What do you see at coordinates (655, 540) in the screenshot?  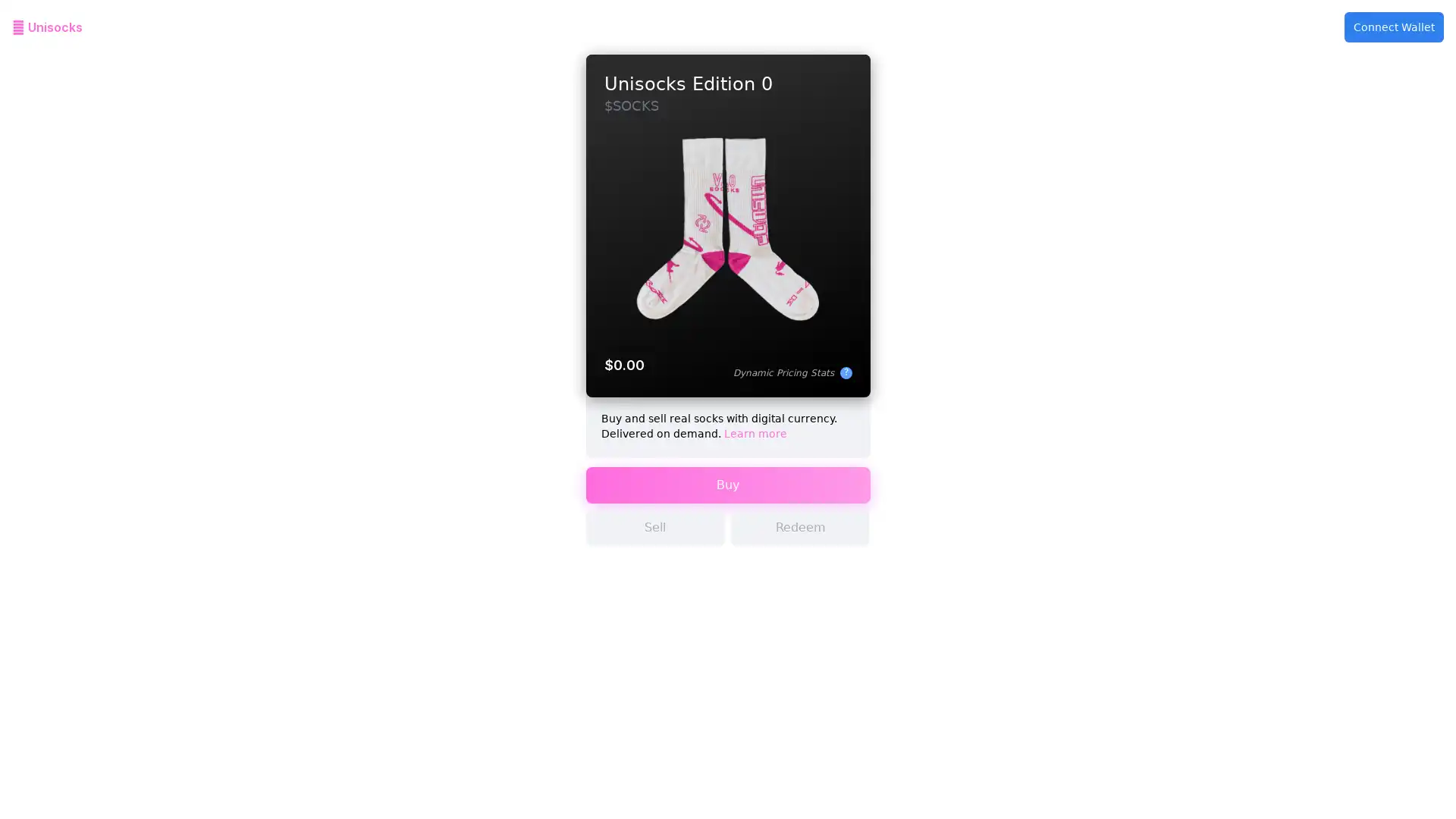 I see `Sell` at bounding box center [655, 540].